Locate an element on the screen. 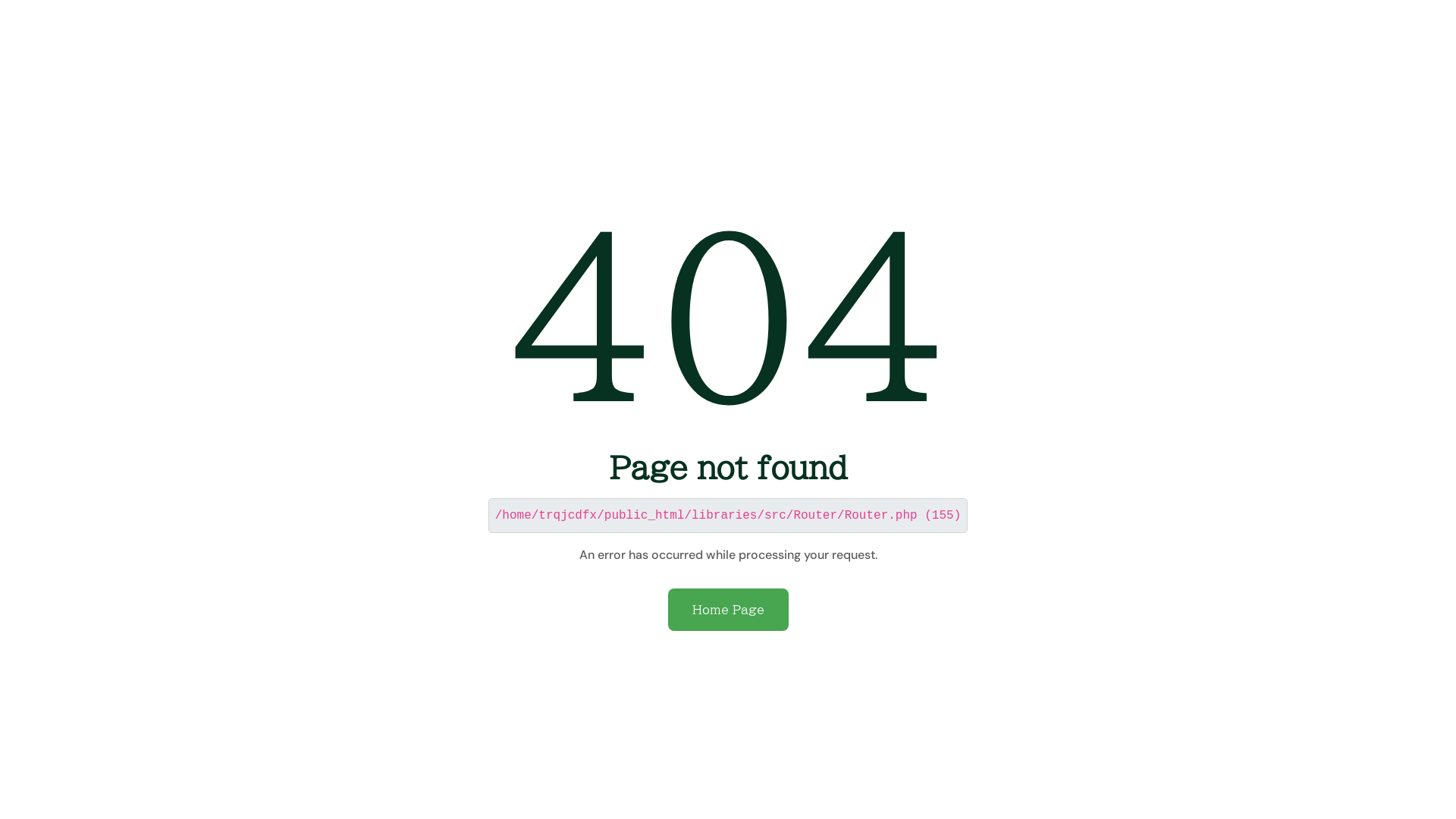  'Home Page' is located at coordinates (726, 608).